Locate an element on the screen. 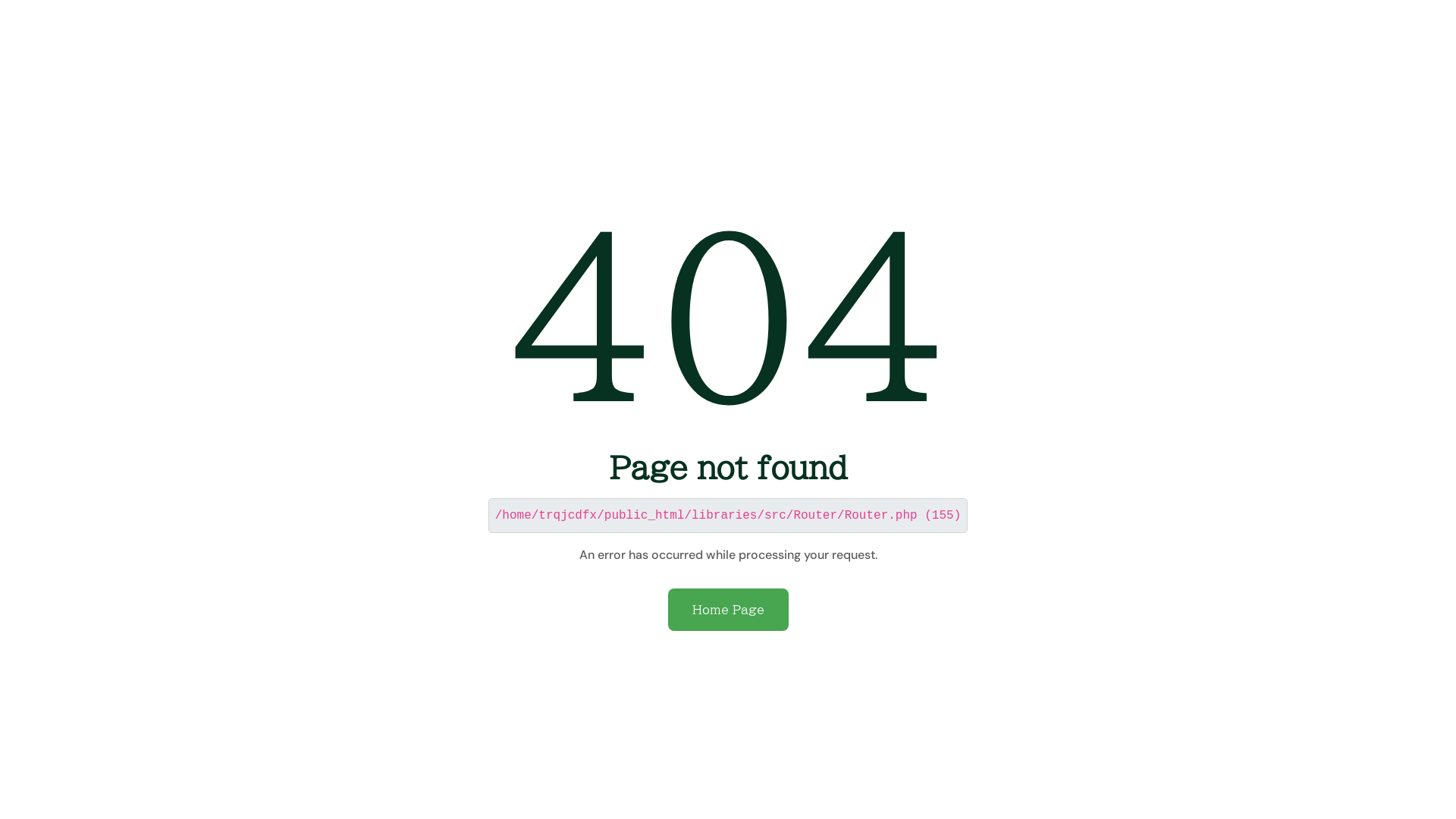  'Home Page' is located at coordinates (726, 608).